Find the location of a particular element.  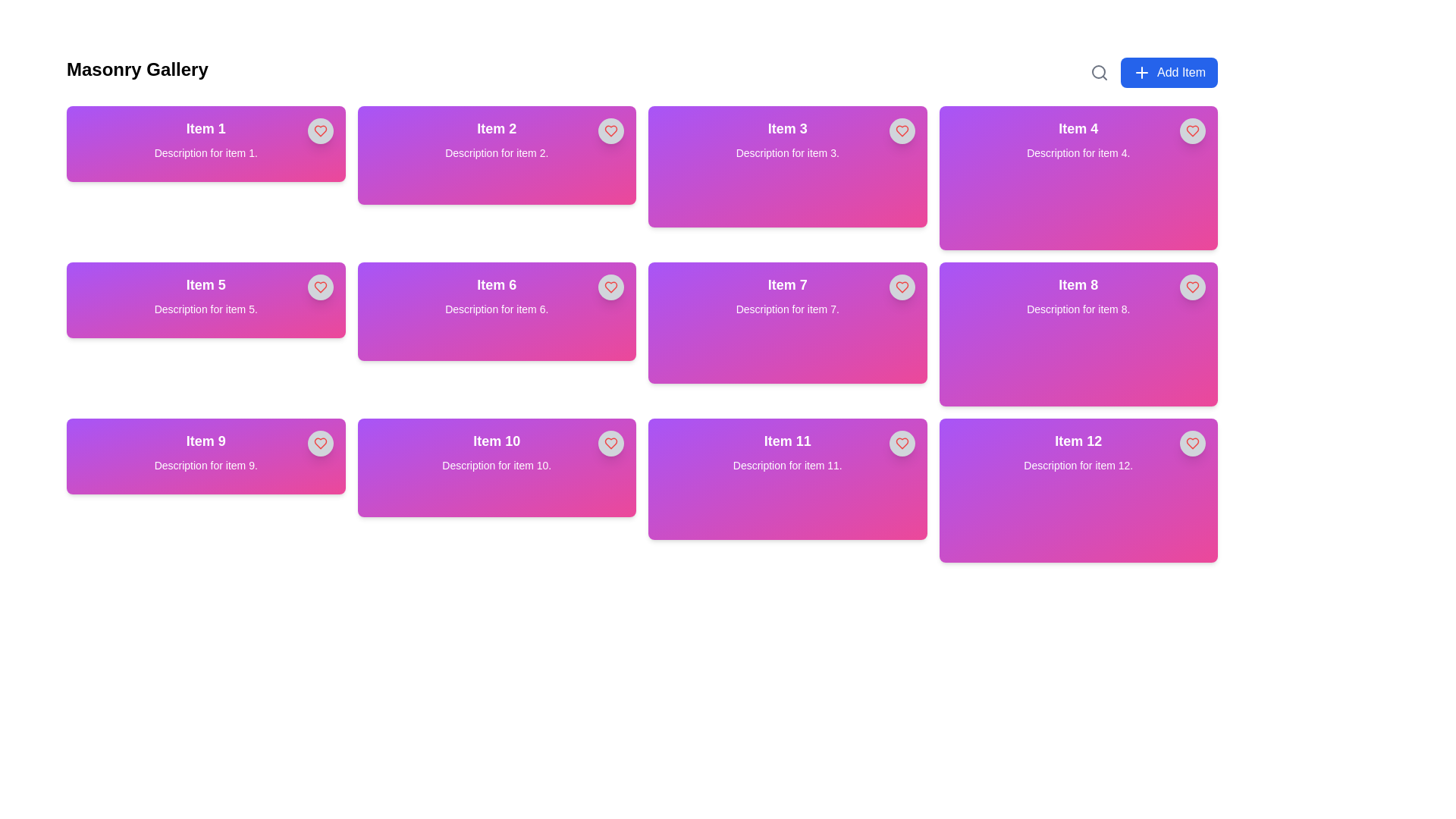

the rounded button with a light gray background and a red heart icon located at the top-right corner of the 'Item 8' card to like the item is located at coordinates (1192, 287).